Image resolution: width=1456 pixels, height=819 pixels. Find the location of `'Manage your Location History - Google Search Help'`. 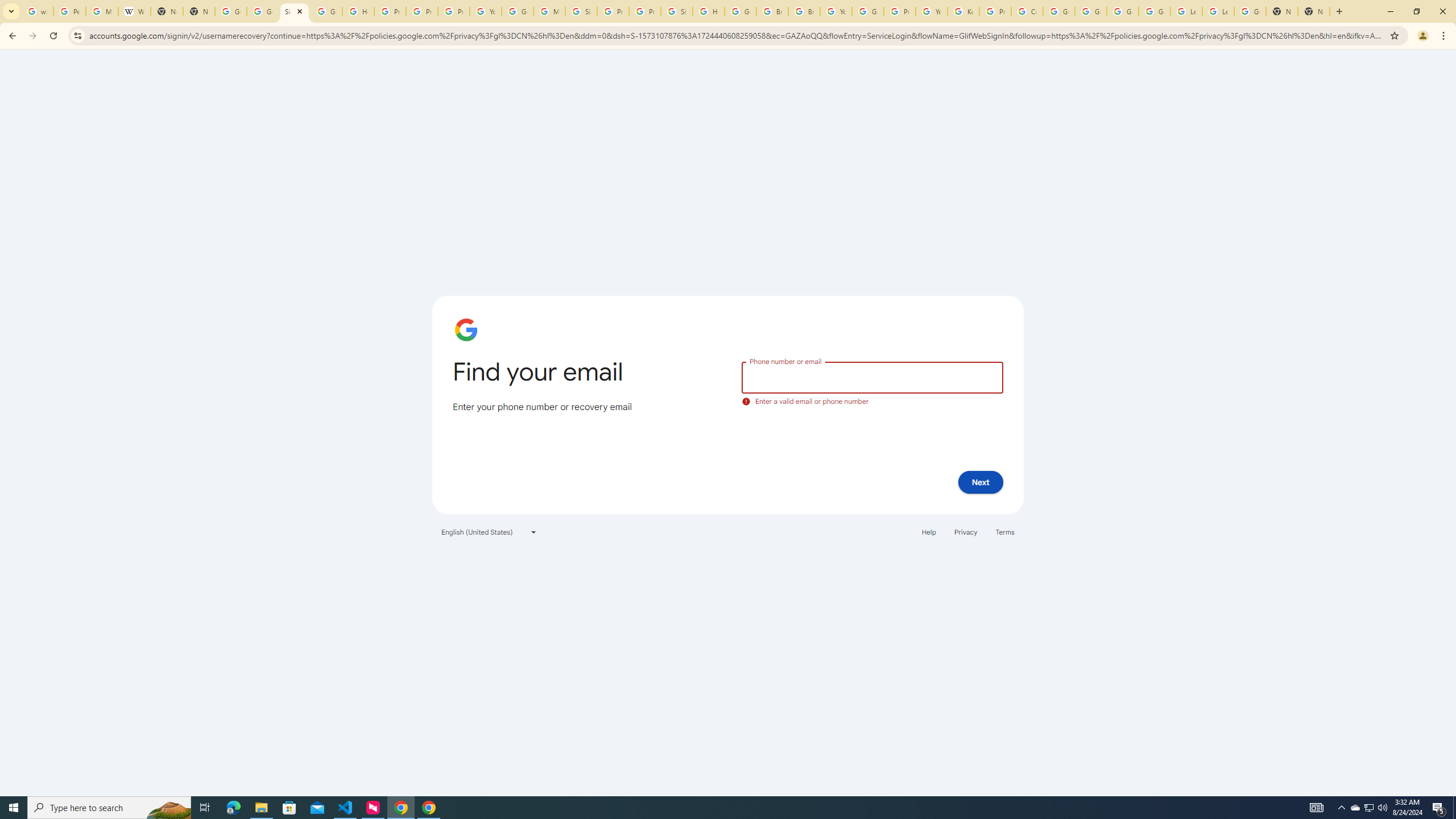

'Manage your Location History - Google Search Help' is located at coordinates (102, 11).